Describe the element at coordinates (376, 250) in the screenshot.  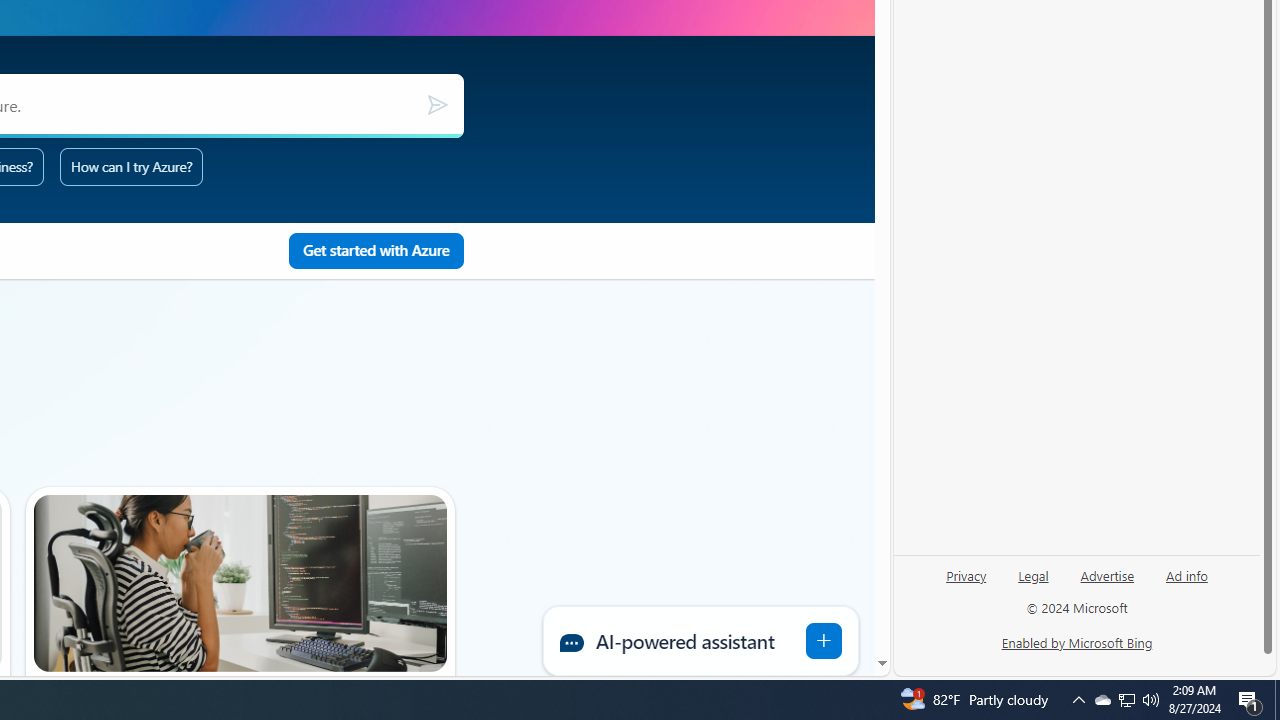
I see `'Get started with Pay as you go using Azure'` at that location.